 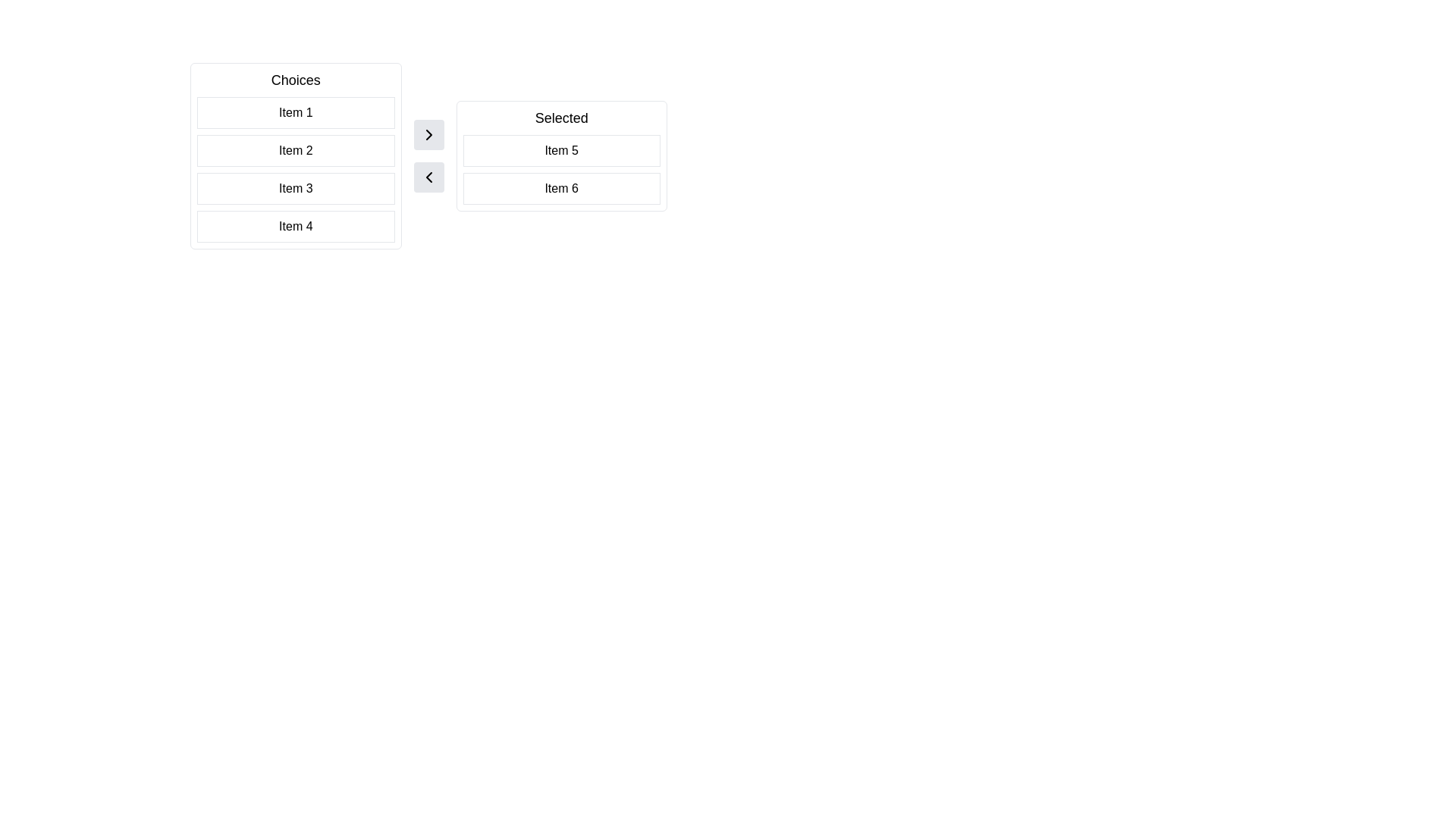 What do you see at coordinates (428, 133) in the screenshot?
I see `the navigation control button for transferring items from the 'Choices' list to the 'Selected' list` at bounding box center [428, 133].